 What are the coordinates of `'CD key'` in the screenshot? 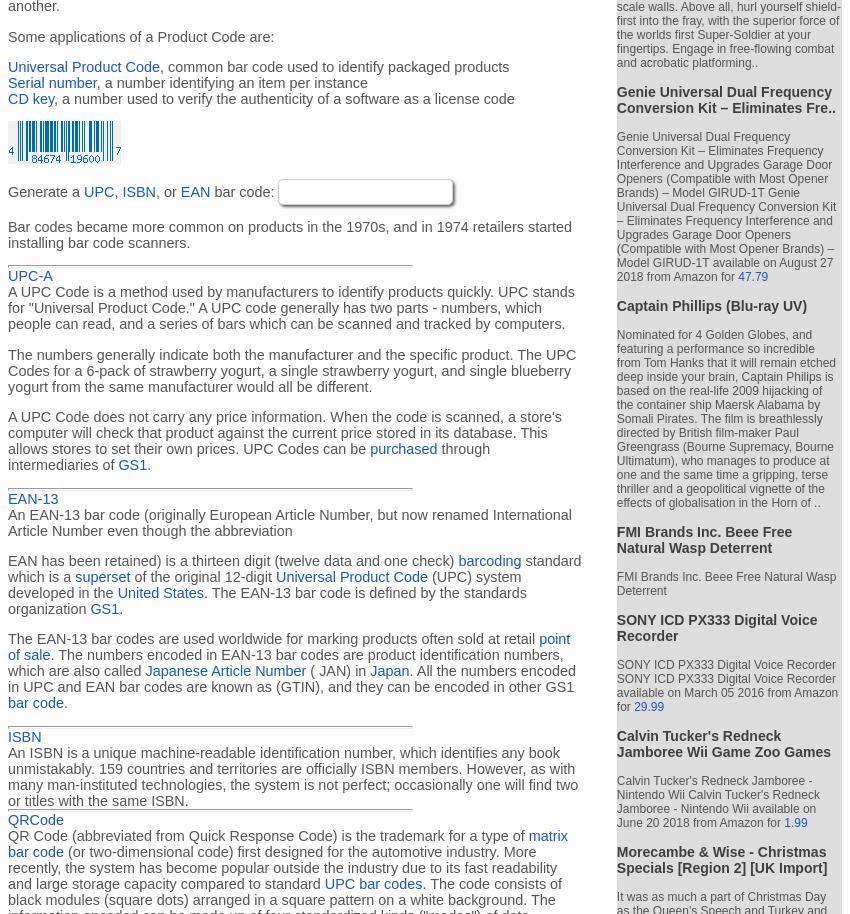 It's located at (6, 97).